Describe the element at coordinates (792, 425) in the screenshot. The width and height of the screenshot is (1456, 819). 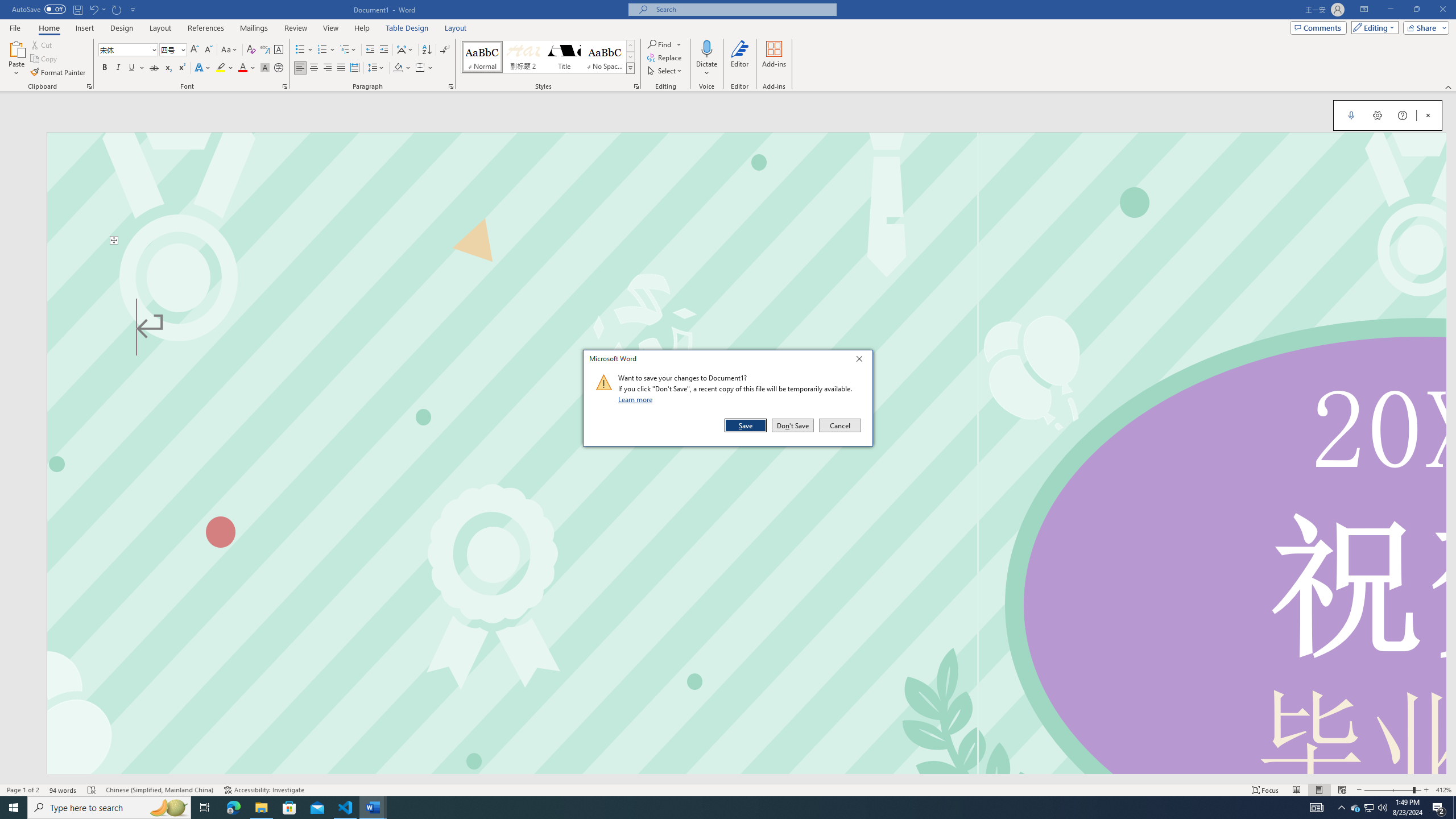
I see `'Don'` at that location.